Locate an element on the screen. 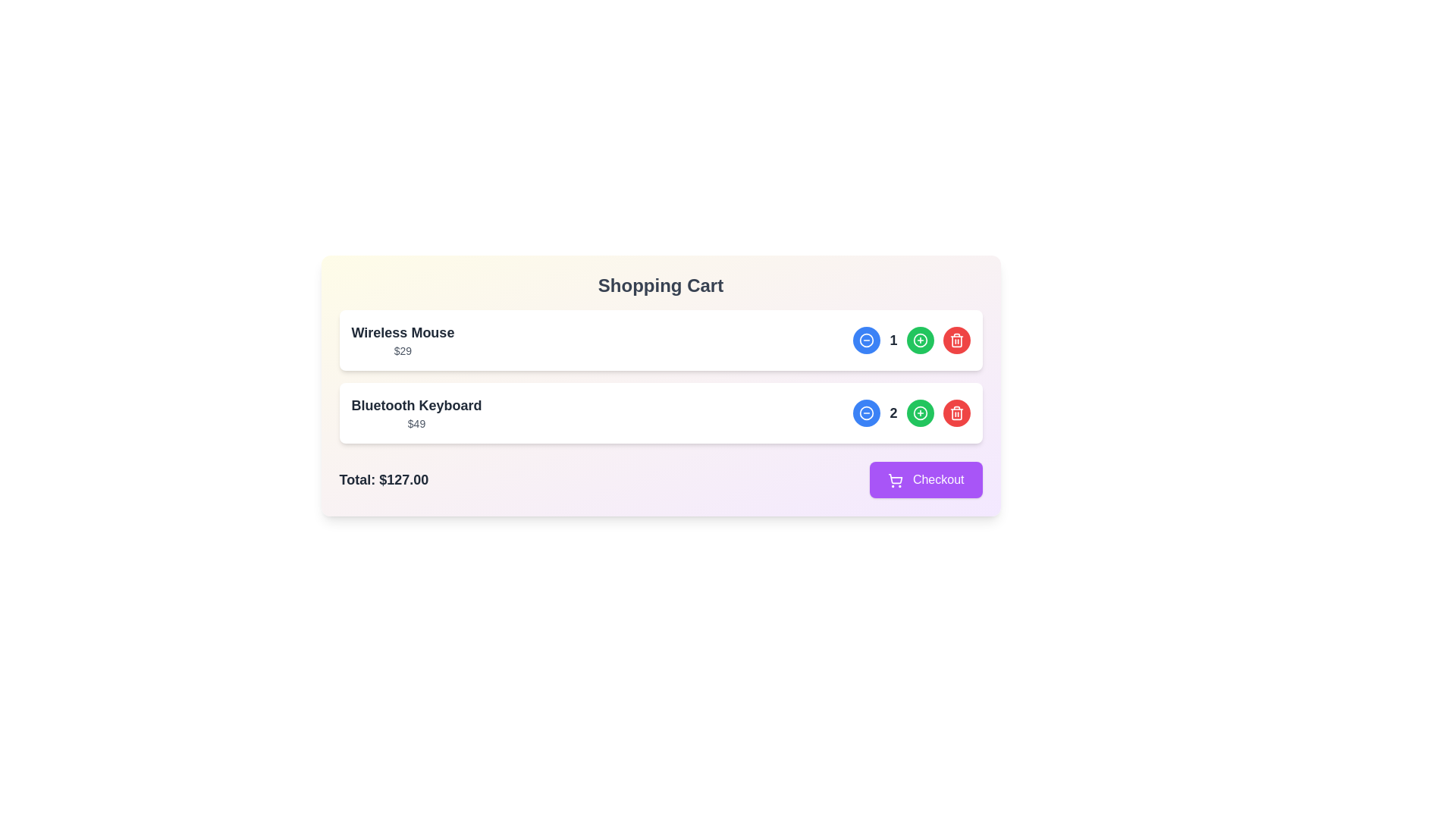 The width and height of the screenshot is (1456, 819). the blue filled circle within the second row of the shopping cart list, which is part of an interactive control adjacent to the item quantity display is located at coordinates (867, 413).